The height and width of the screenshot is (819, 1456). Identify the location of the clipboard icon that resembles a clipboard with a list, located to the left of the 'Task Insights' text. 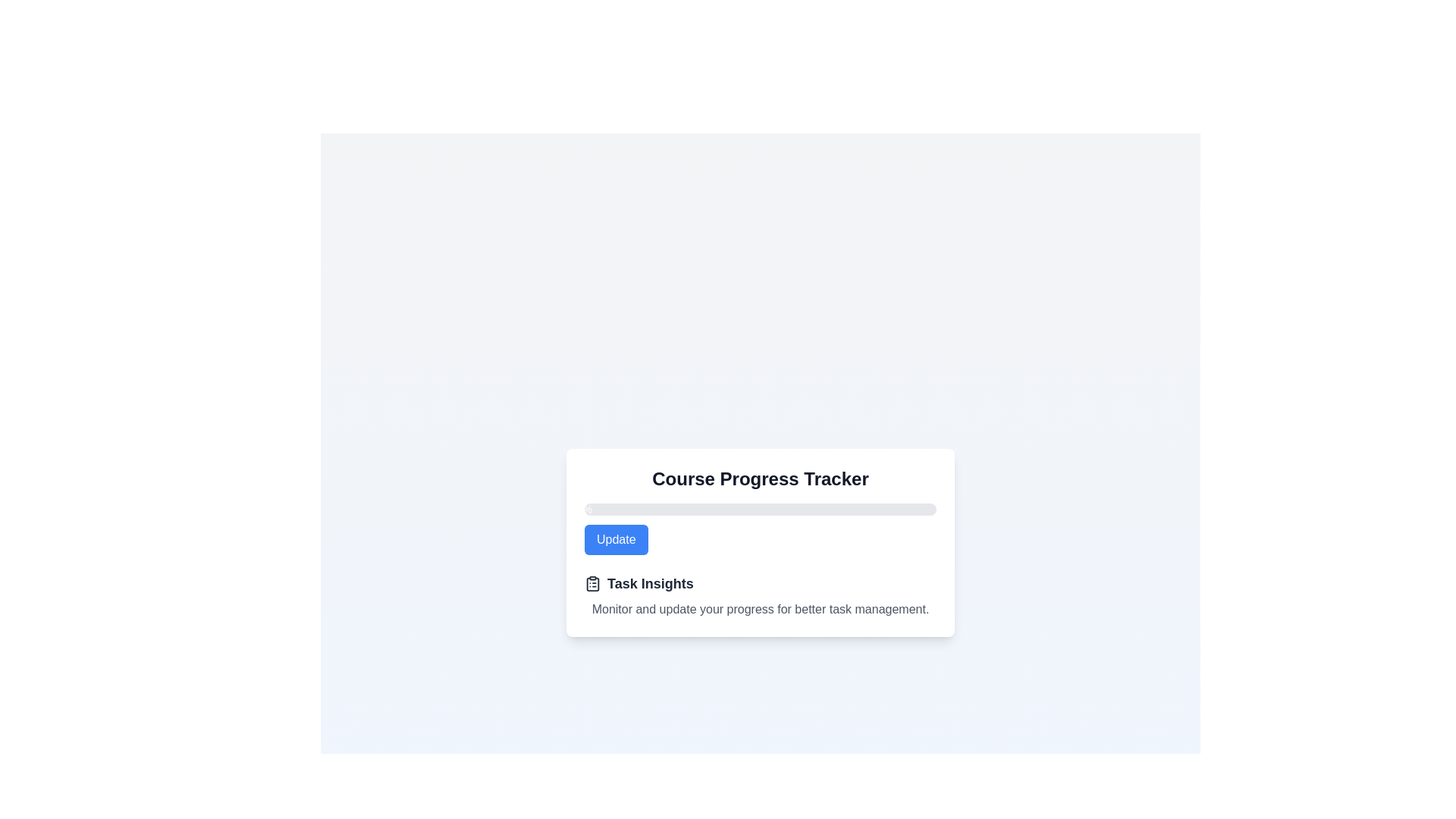
(592, 583).